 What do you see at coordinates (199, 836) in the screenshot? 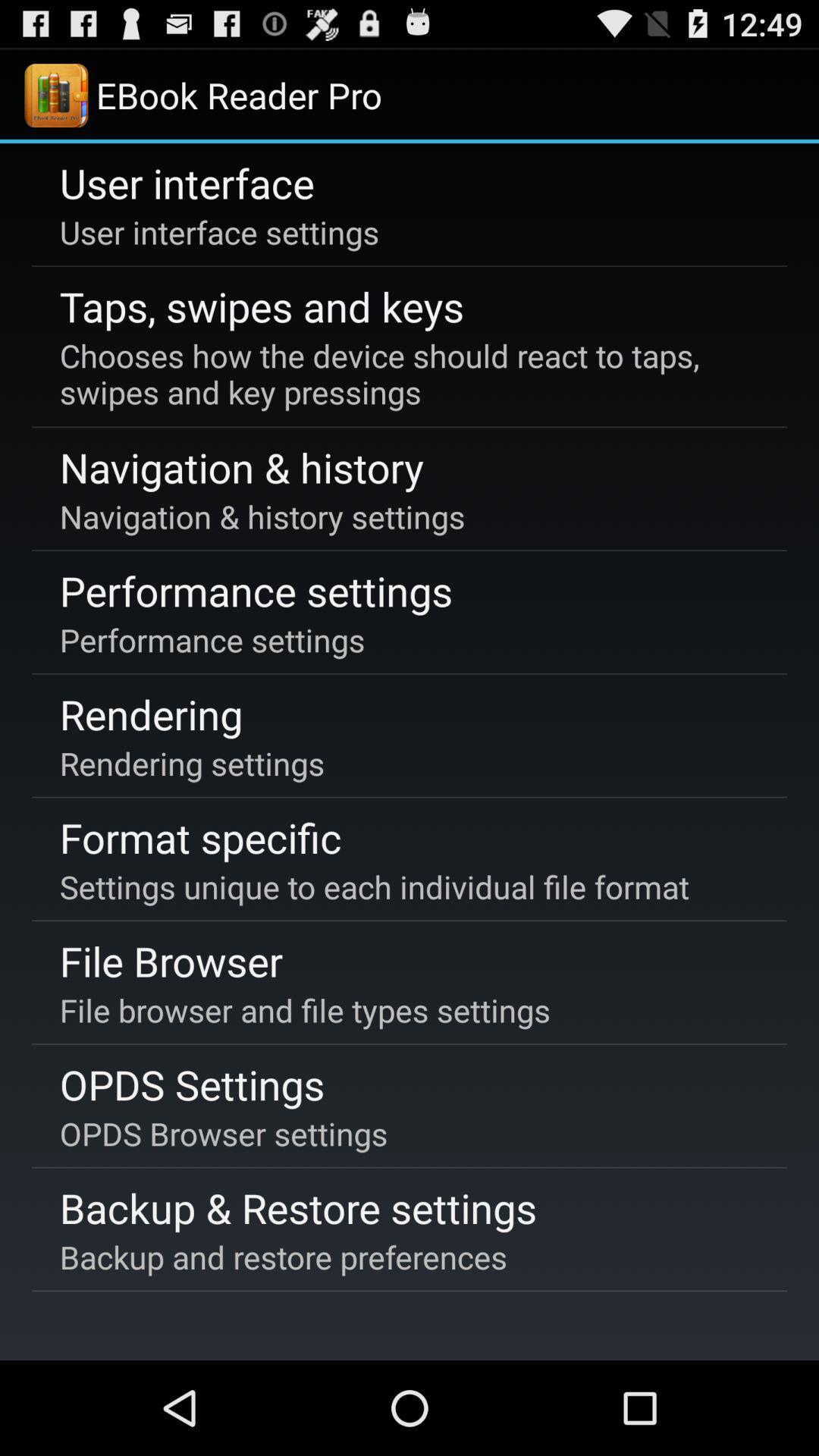
I see `the format specific` at bounding box center [199, 836].